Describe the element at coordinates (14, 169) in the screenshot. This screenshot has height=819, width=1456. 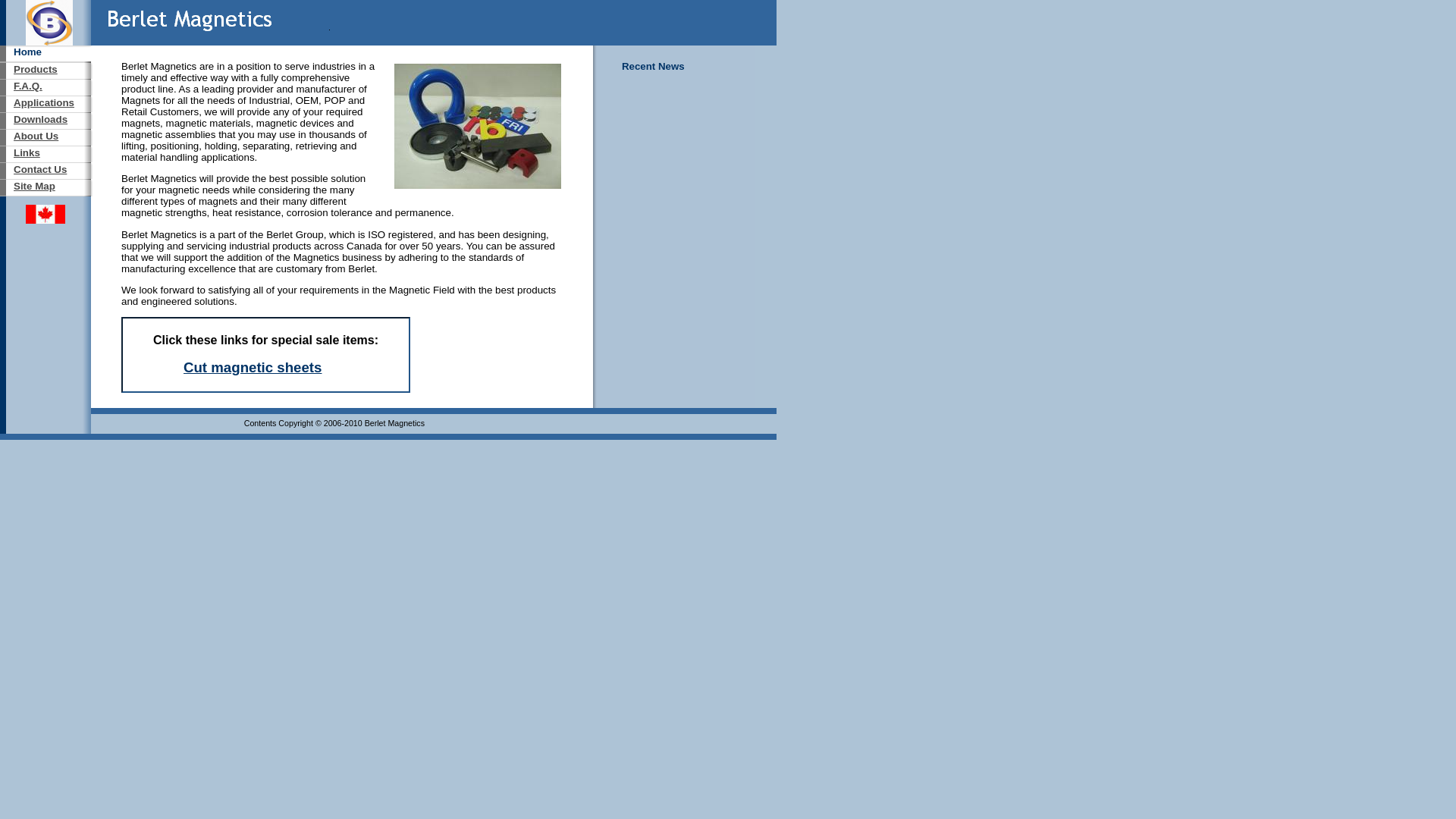
I see `'Contact Us'` at that location.